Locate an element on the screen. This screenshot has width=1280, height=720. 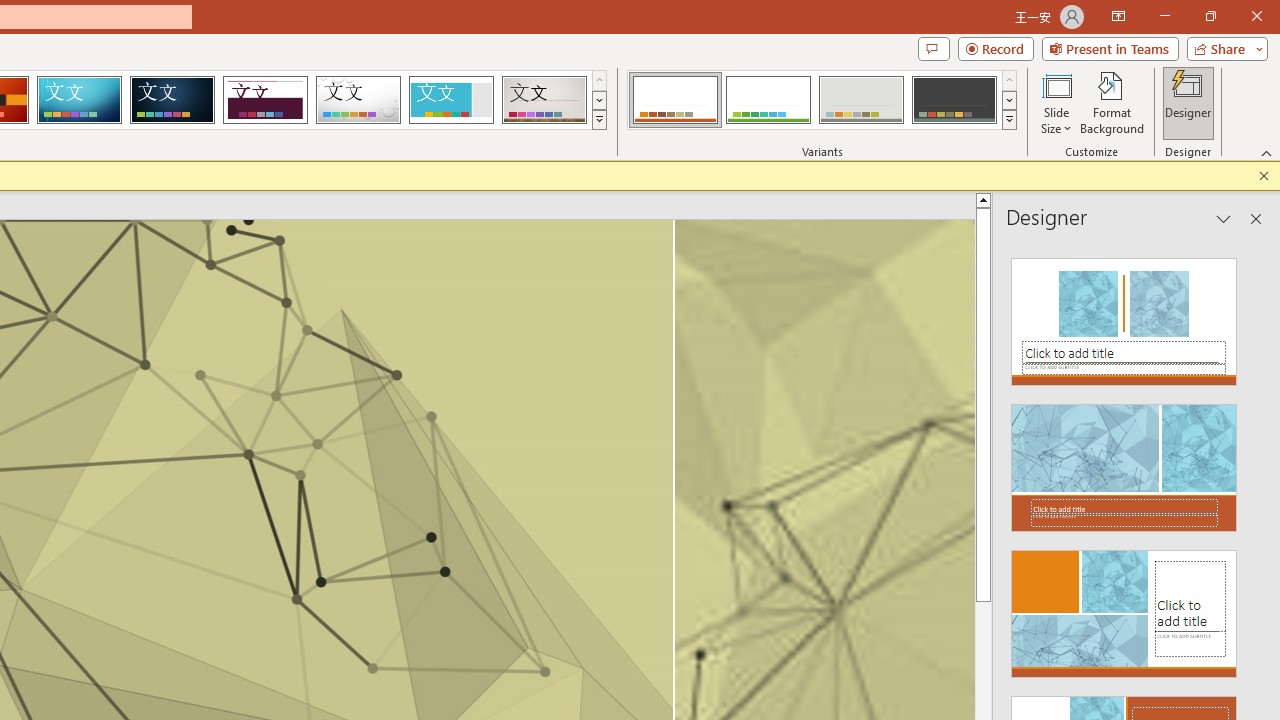
'AutomationID: ThemeVariantsGallery' is located at coordinates (823, 100).